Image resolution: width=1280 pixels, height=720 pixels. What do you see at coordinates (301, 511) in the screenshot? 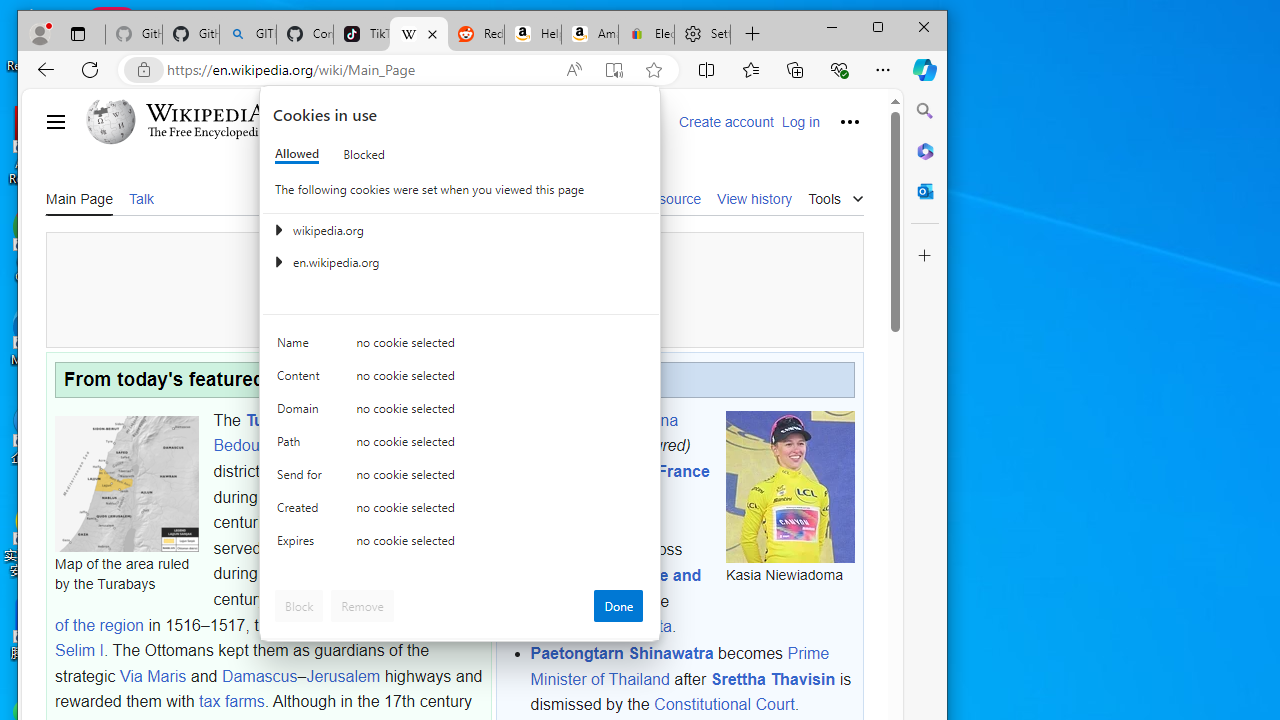
I see `'Created'` at bounding box center [301, 511].